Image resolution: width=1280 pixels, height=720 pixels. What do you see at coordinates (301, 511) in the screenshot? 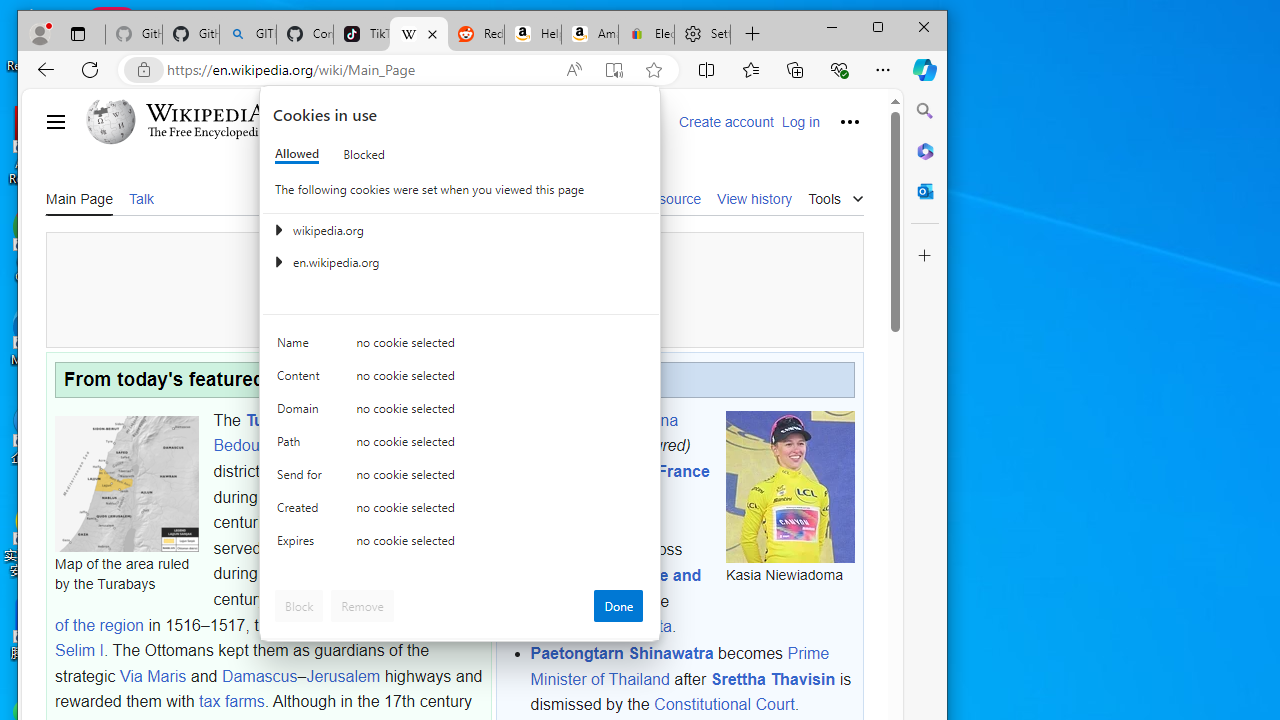
I see `'Created'` at bounding box center [301, 511].